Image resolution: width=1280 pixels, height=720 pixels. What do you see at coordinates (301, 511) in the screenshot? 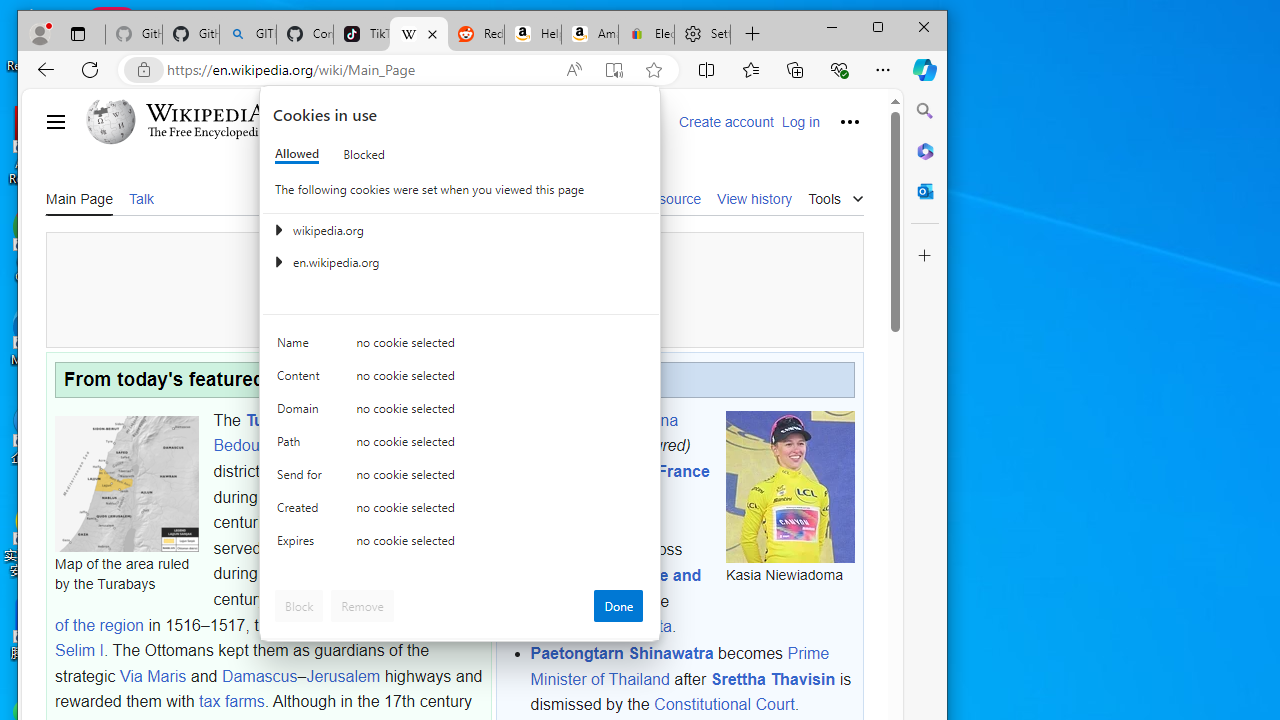
I see `'Created'` at bounding box center [301, 511].